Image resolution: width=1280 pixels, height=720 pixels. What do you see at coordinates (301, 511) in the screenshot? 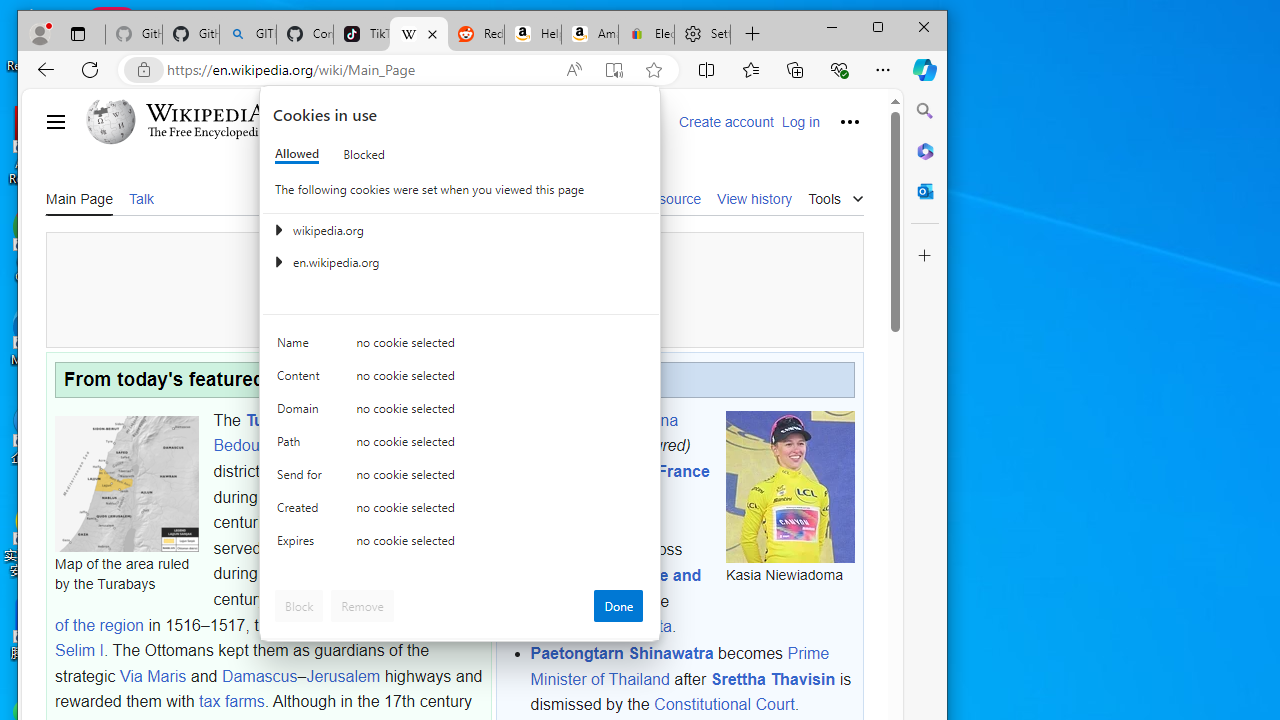
I see `'Created'` at bounding box center [301, 511].